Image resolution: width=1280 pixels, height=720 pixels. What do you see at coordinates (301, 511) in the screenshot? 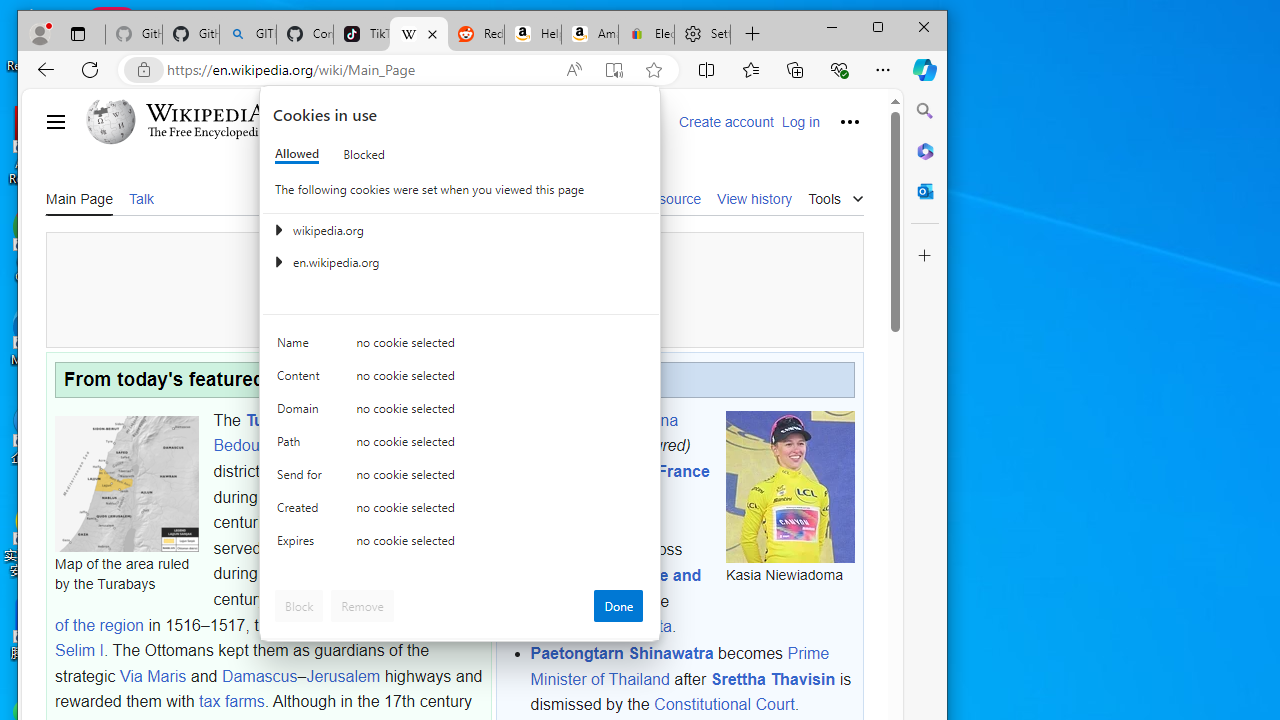
I see `'Created'` at bounding box center [301, 511].